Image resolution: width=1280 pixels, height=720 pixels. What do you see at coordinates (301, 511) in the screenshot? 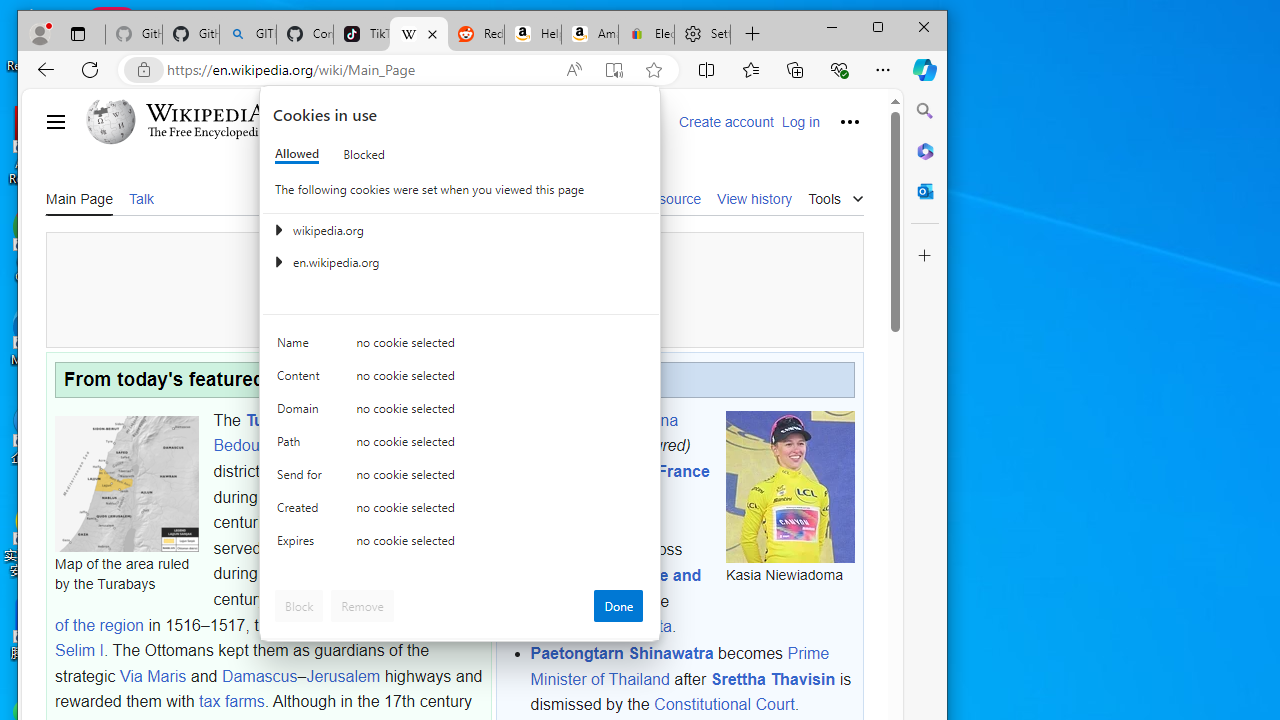
I see `'Created'` at bounding box center [301, 511].